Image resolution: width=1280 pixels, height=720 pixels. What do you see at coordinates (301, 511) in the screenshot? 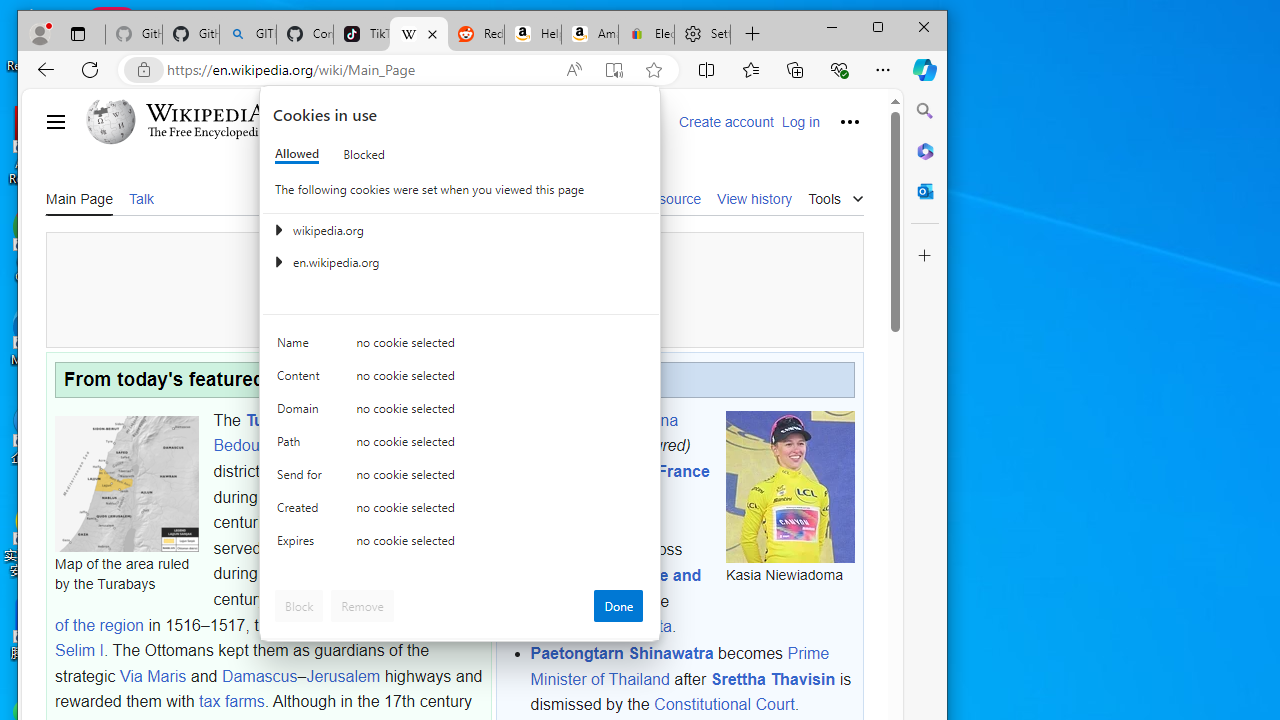
I see `'Created'` at bounding box center [301, 511].